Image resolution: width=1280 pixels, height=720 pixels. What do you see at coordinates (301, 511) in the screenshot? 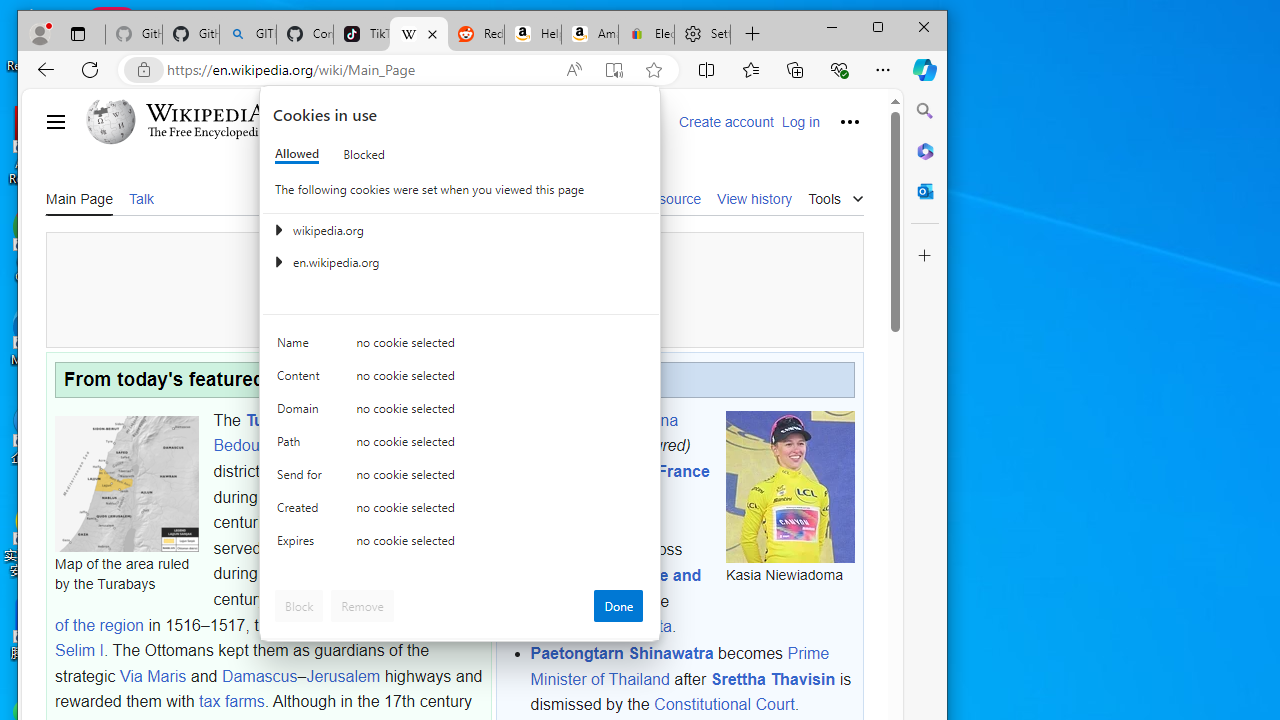
I see `'Created'` at bounding box center [301, 511].